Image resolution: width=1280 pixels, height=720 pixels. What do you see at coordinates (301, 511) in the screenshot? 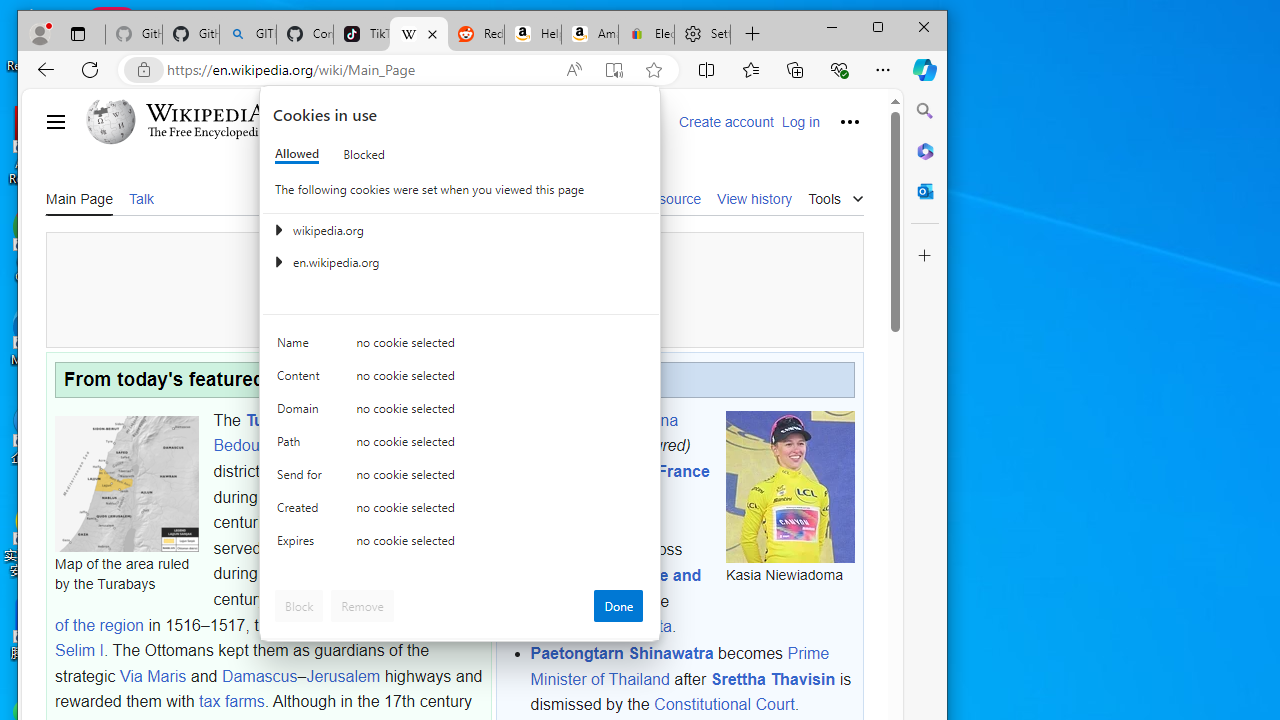
I see `'Created'` at bounding box center [301, 511].